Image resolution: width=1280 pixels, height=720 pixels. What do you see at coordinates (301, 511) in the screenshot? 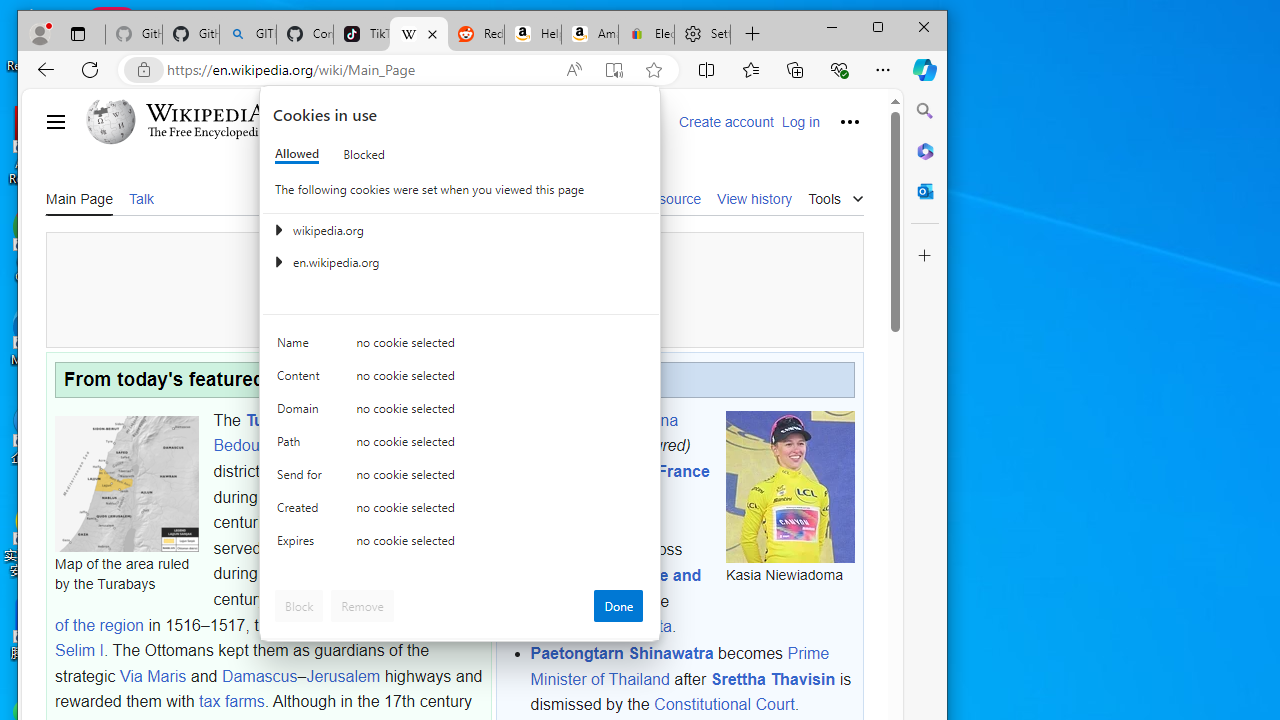
I see `'Created'` at bounding box center [301, 511].